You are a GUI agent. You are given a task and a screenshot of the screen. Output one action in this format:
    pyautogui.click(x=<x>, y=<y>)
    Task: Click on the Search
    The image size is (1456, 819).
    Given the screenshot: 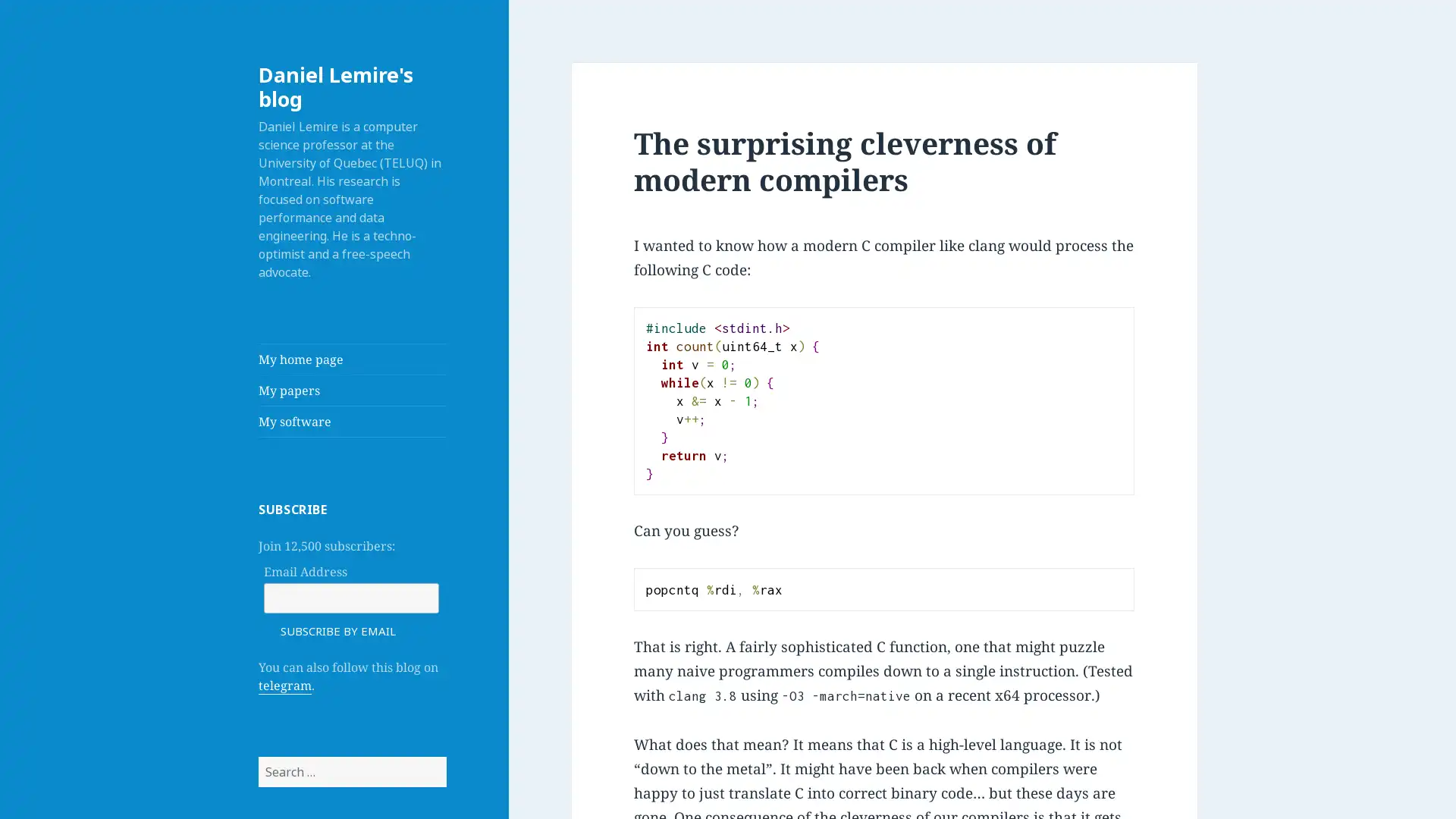 What is the action you would take?
    pyautogui.click(x=444, y=756)
    